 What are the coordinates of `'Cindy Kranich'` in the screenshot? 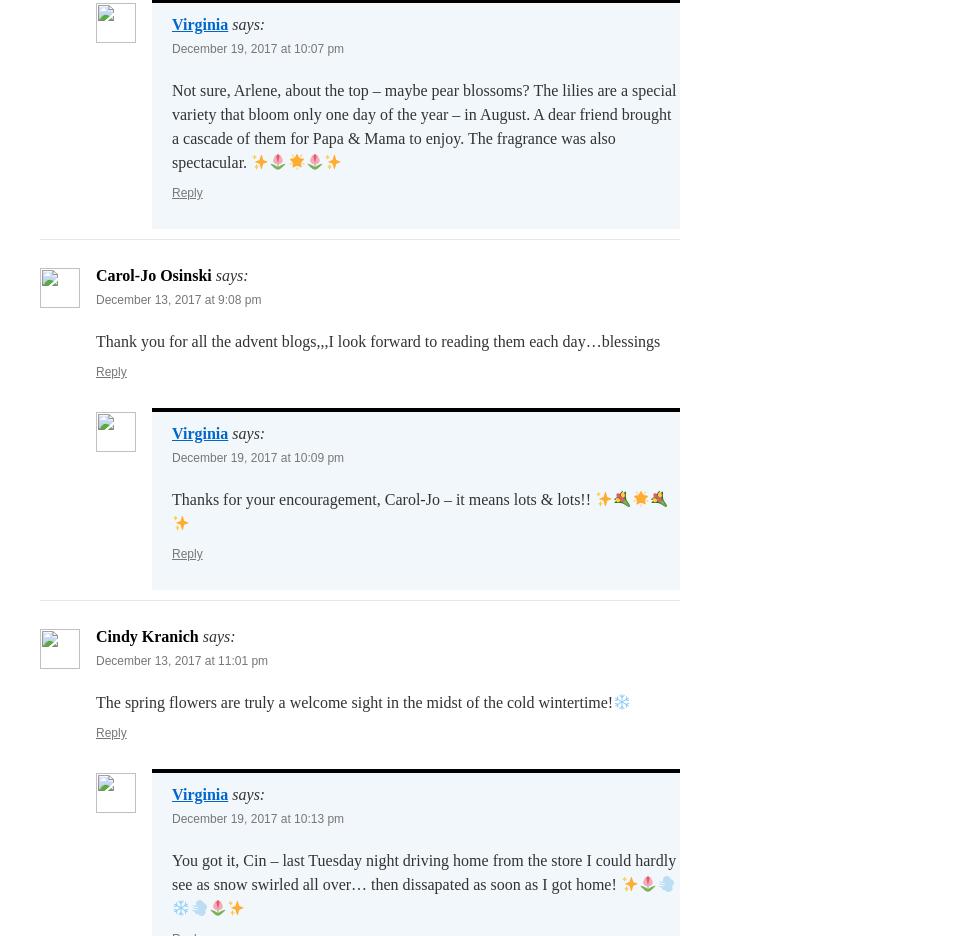 It's located at (147, 635).